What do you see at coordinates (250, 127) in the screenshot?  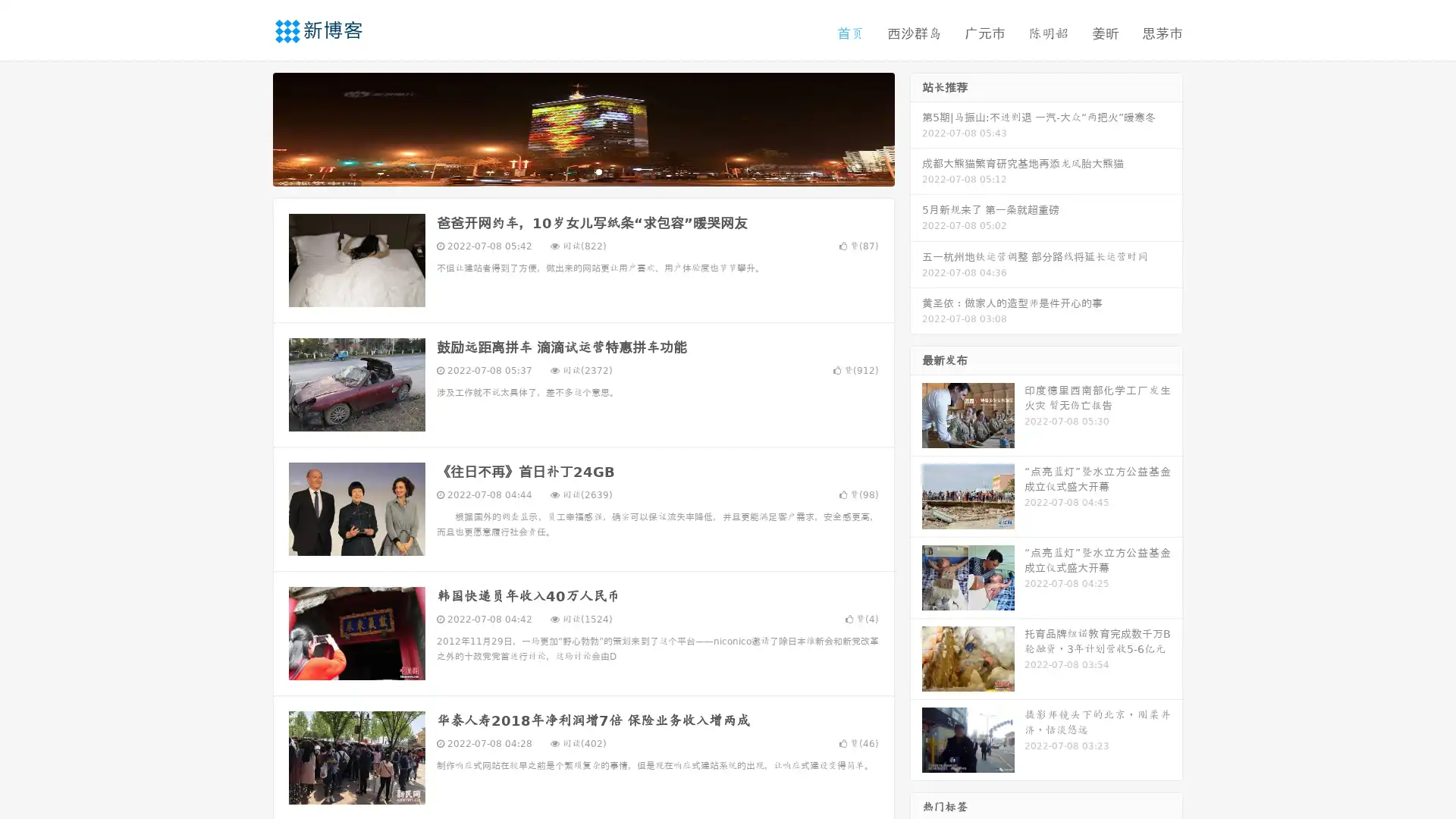 I see `Previous slide` at bounding box center [250, 127].